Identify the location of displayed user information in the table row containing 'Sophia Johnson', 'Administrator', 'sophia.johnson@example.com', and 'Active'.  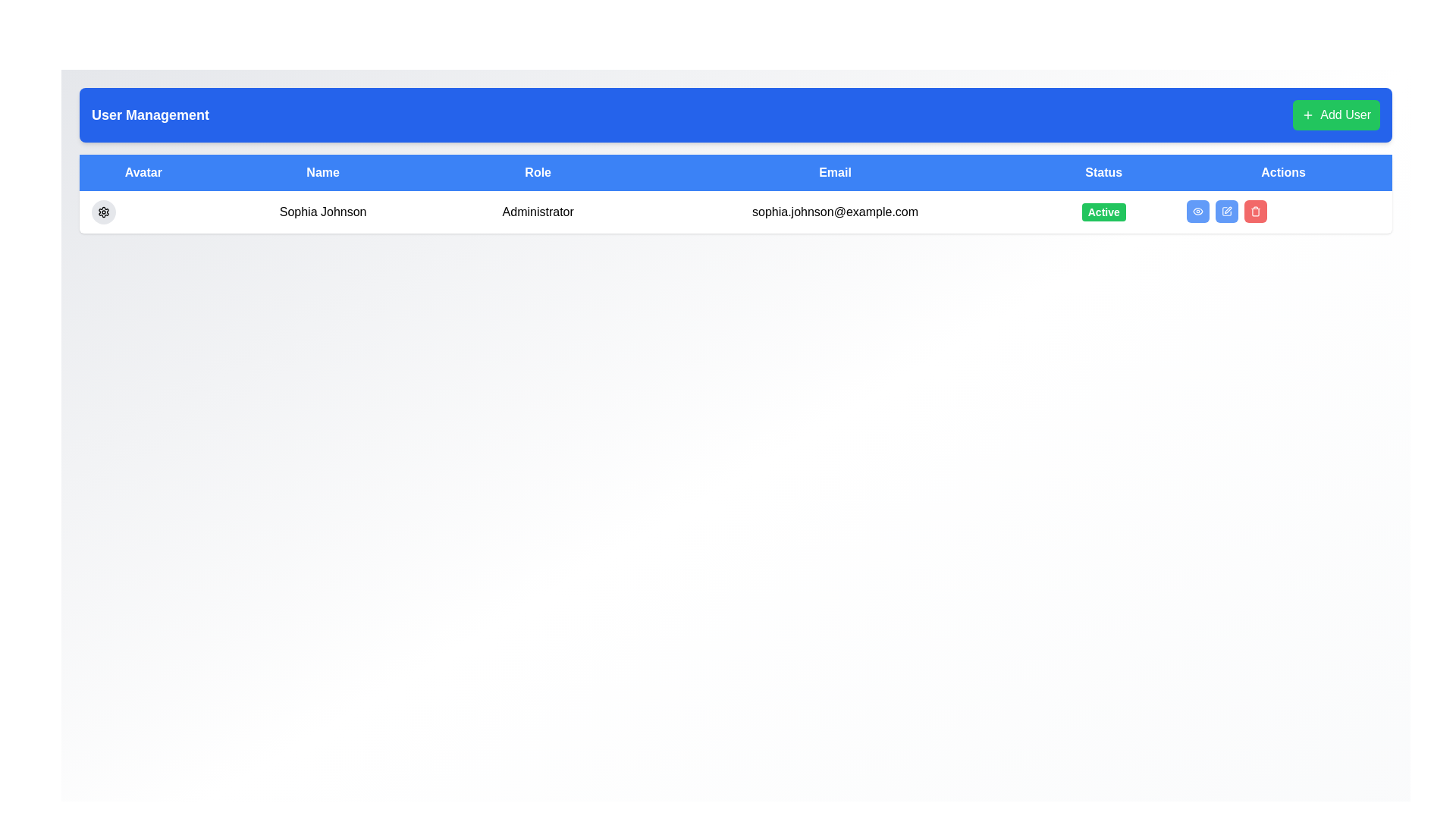
(736, 212).